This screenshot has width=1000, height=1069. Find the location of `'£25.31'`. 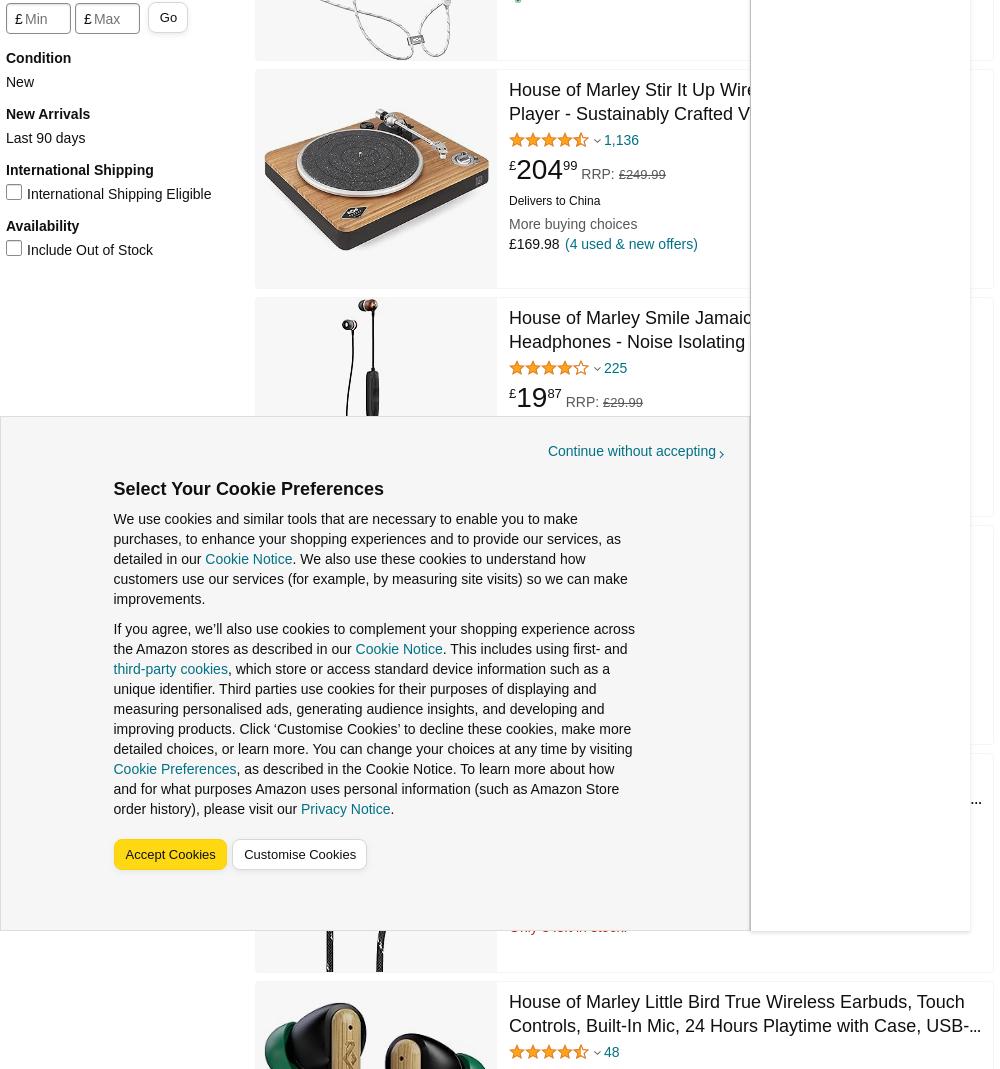

'£25.31' is located at coordinates (551, 853).